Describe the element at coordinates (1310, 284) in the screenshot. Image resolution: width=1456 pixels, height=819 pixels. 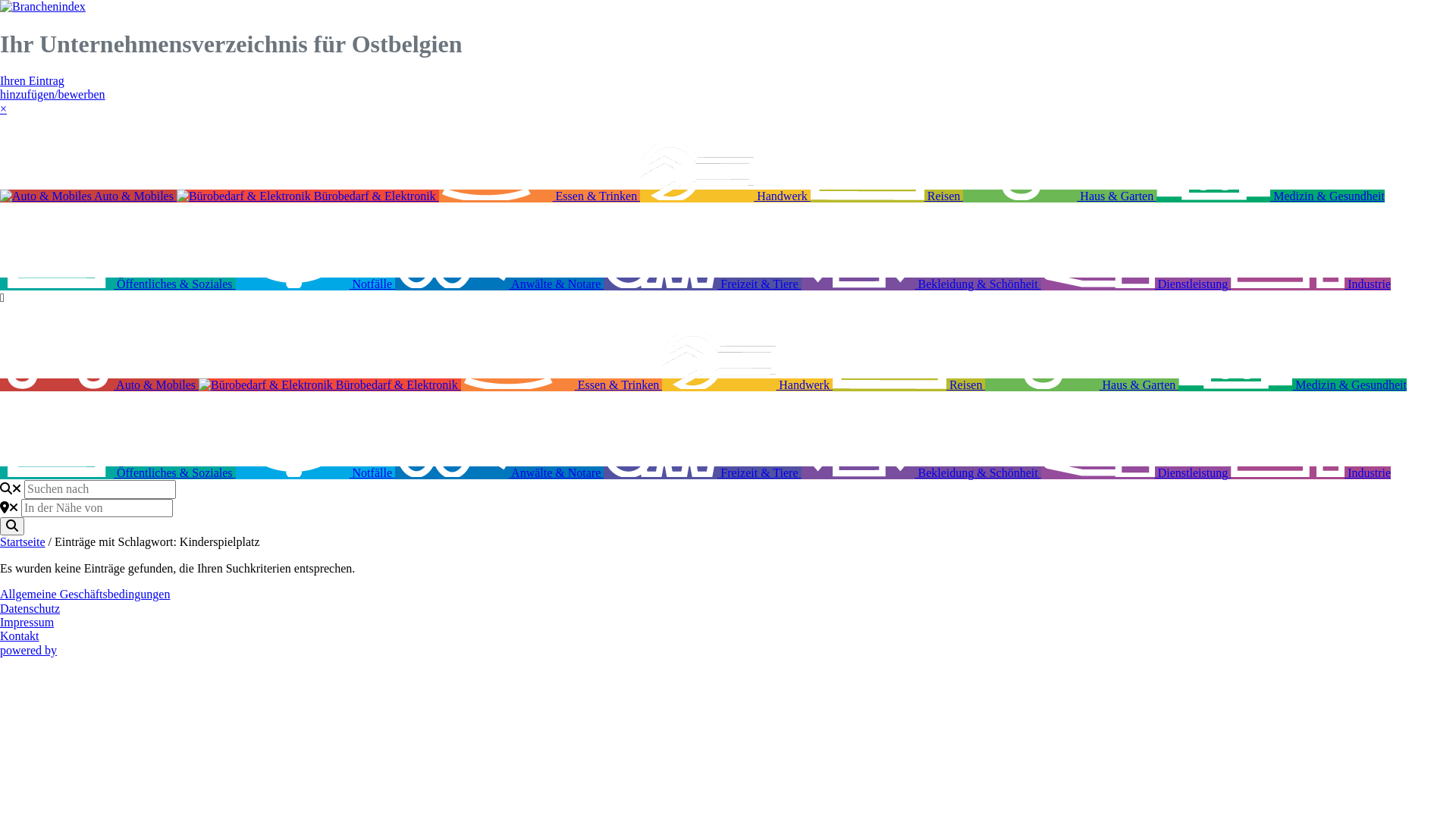
I see `'Industrie'` at that location.